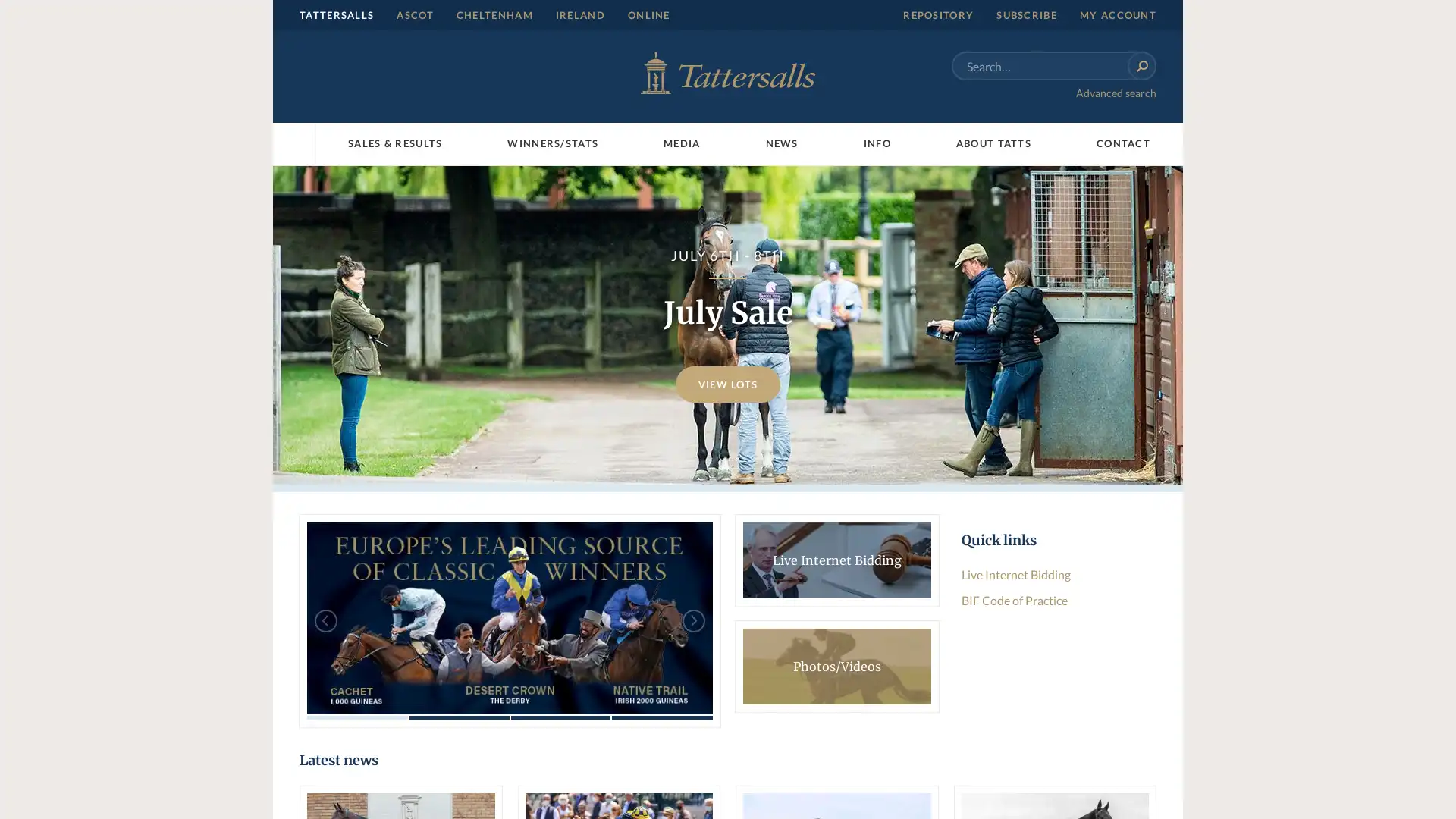  I want to click on Next, so click(1143, 328).